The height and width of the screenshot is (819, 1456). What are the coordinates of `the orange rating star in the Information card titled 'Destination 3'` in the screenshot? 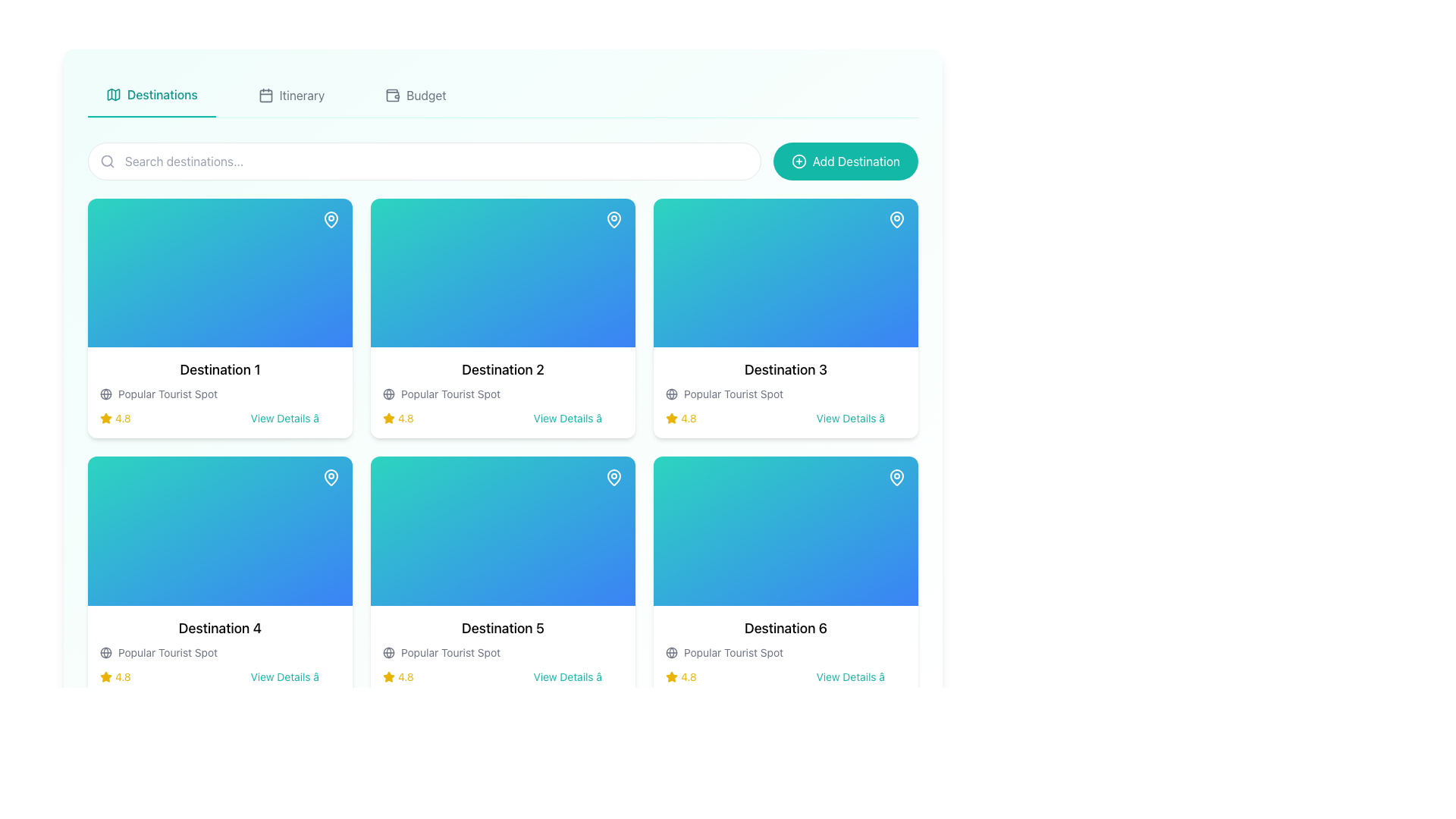 It's located at (786, 392).